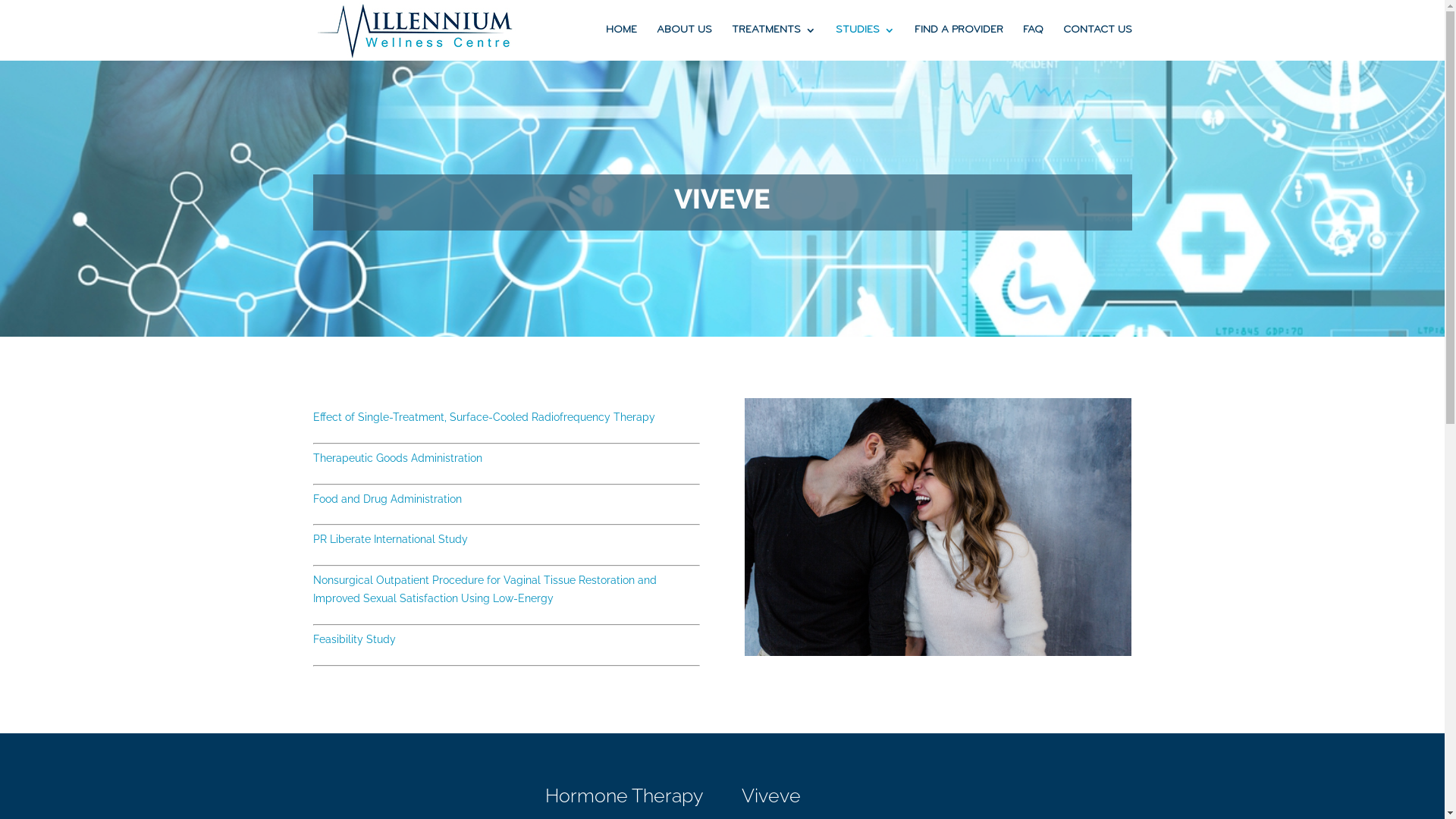 The width and height of the screenshot is (1456, 819). Describe the element at coordinates (1097, 42) in the screenshot. I see `'CONTACT US'` at that location.